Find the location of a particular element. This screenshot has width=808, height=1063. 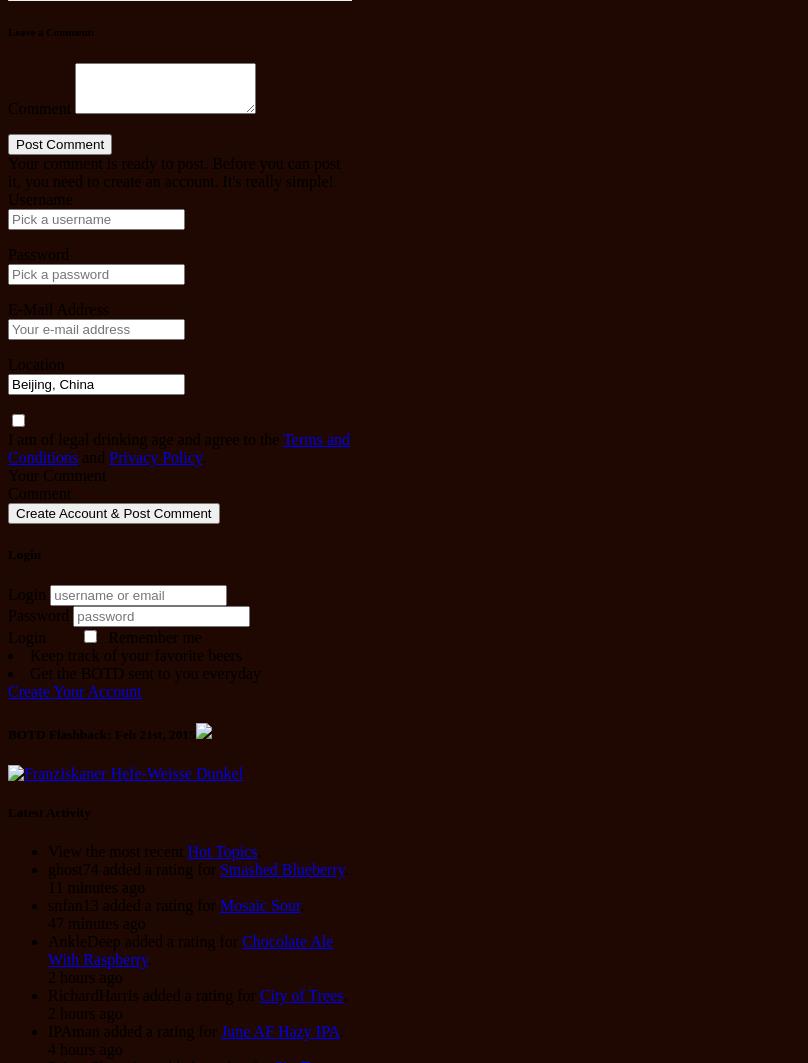

'Your Comment' is located at coordinates (56, 475).